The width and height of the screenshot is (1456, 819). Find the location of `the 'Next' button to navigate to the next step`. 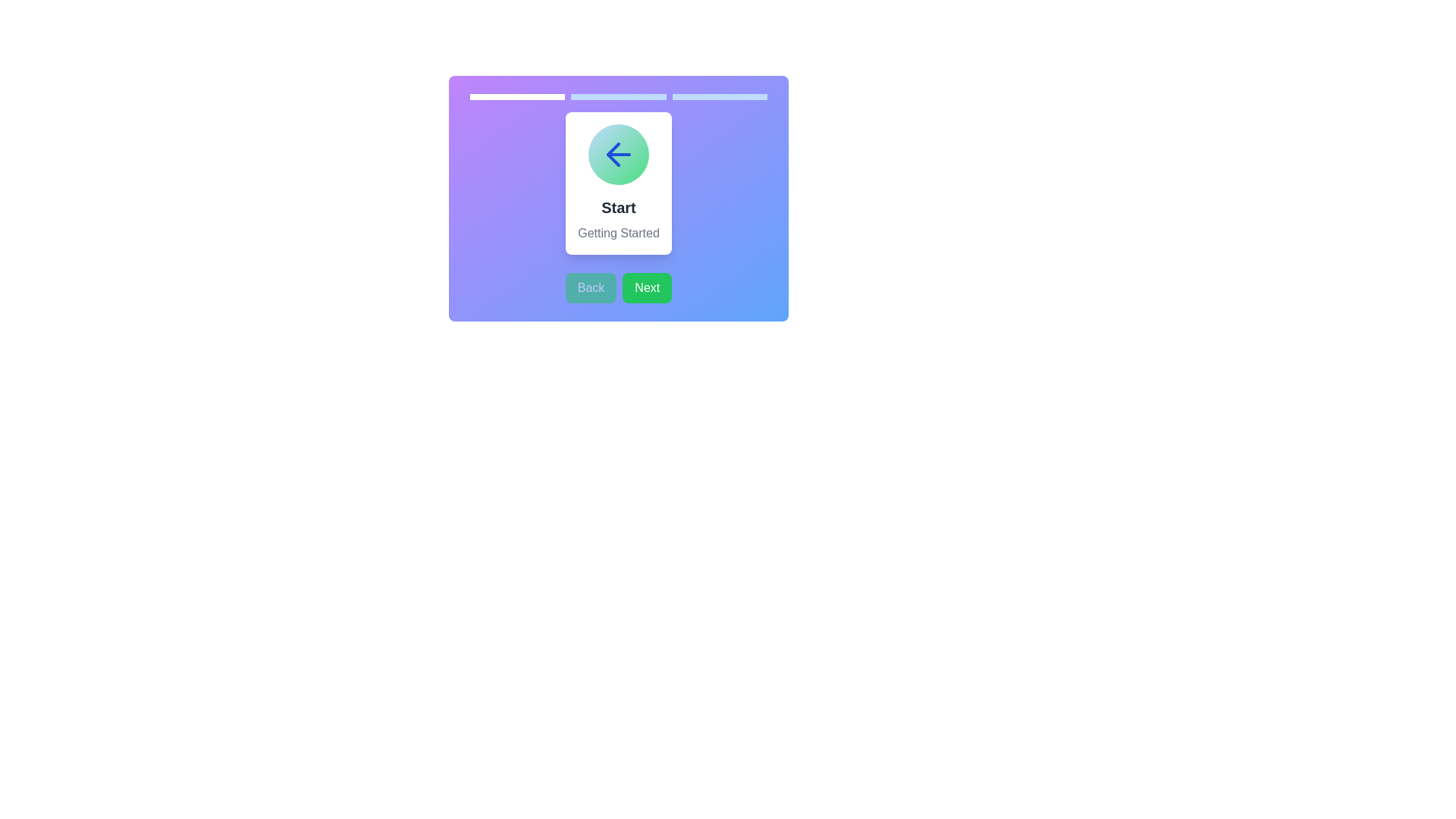

the 'Next' button to navigate to the next step is located at coordinates (647, 288).